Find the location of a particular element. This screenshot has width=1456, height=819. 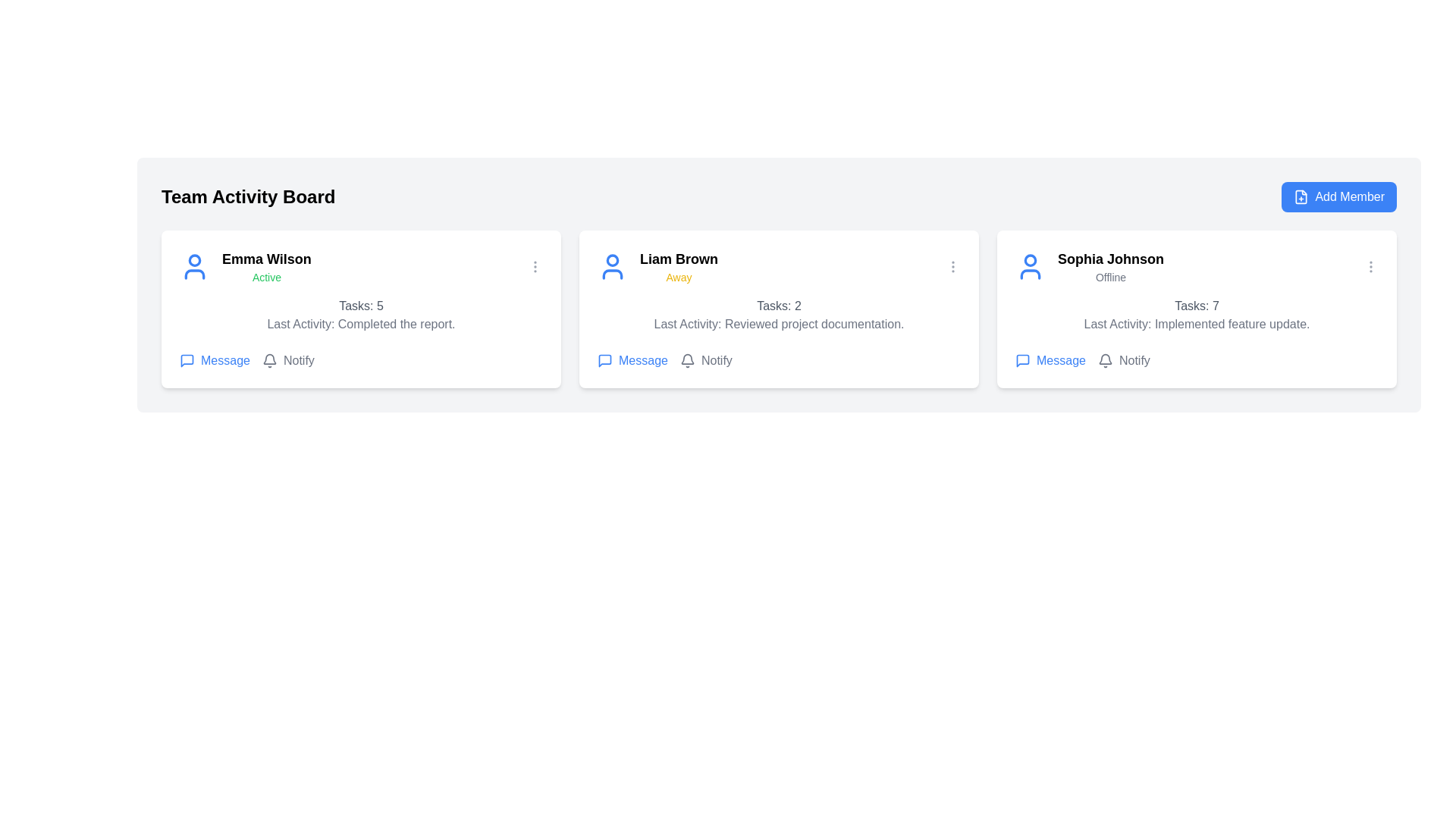

the Icon button for 'Sophia Johnson' located at the bottom of her profile card is located at coordinates (1022, 360).